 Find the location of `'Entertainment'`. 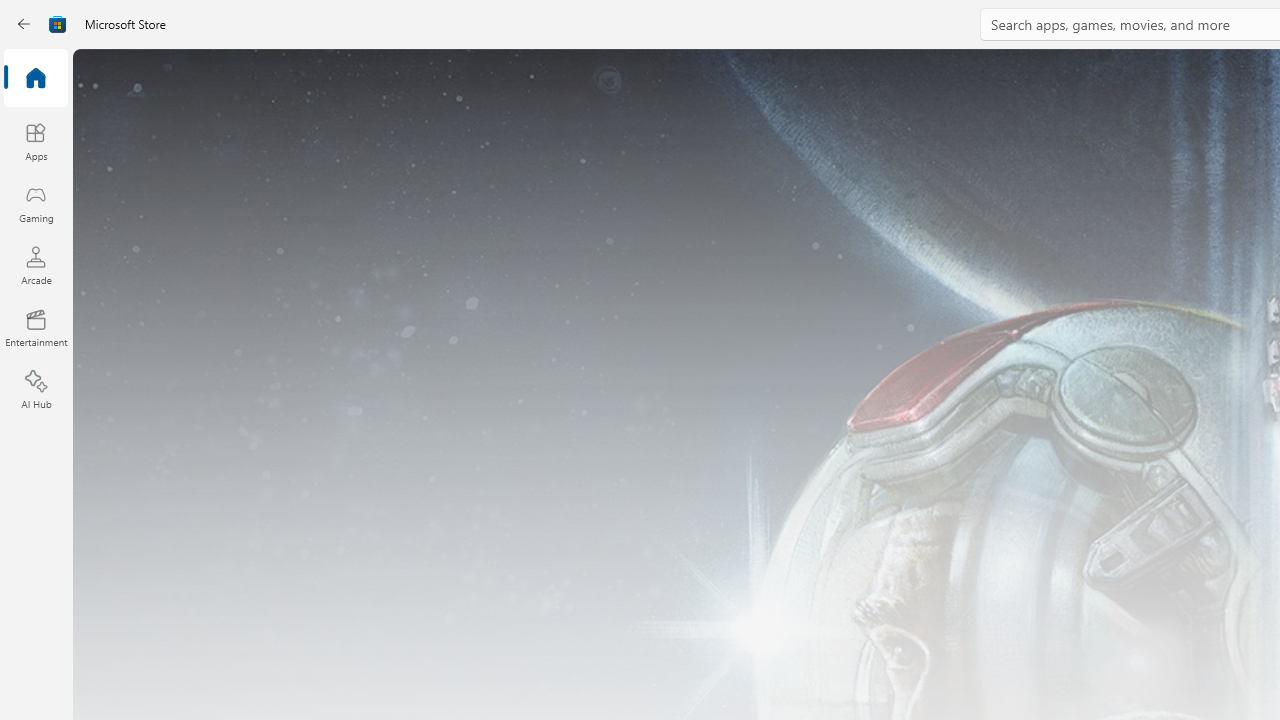

'Entertainment' is located at coordinates (35, 326).